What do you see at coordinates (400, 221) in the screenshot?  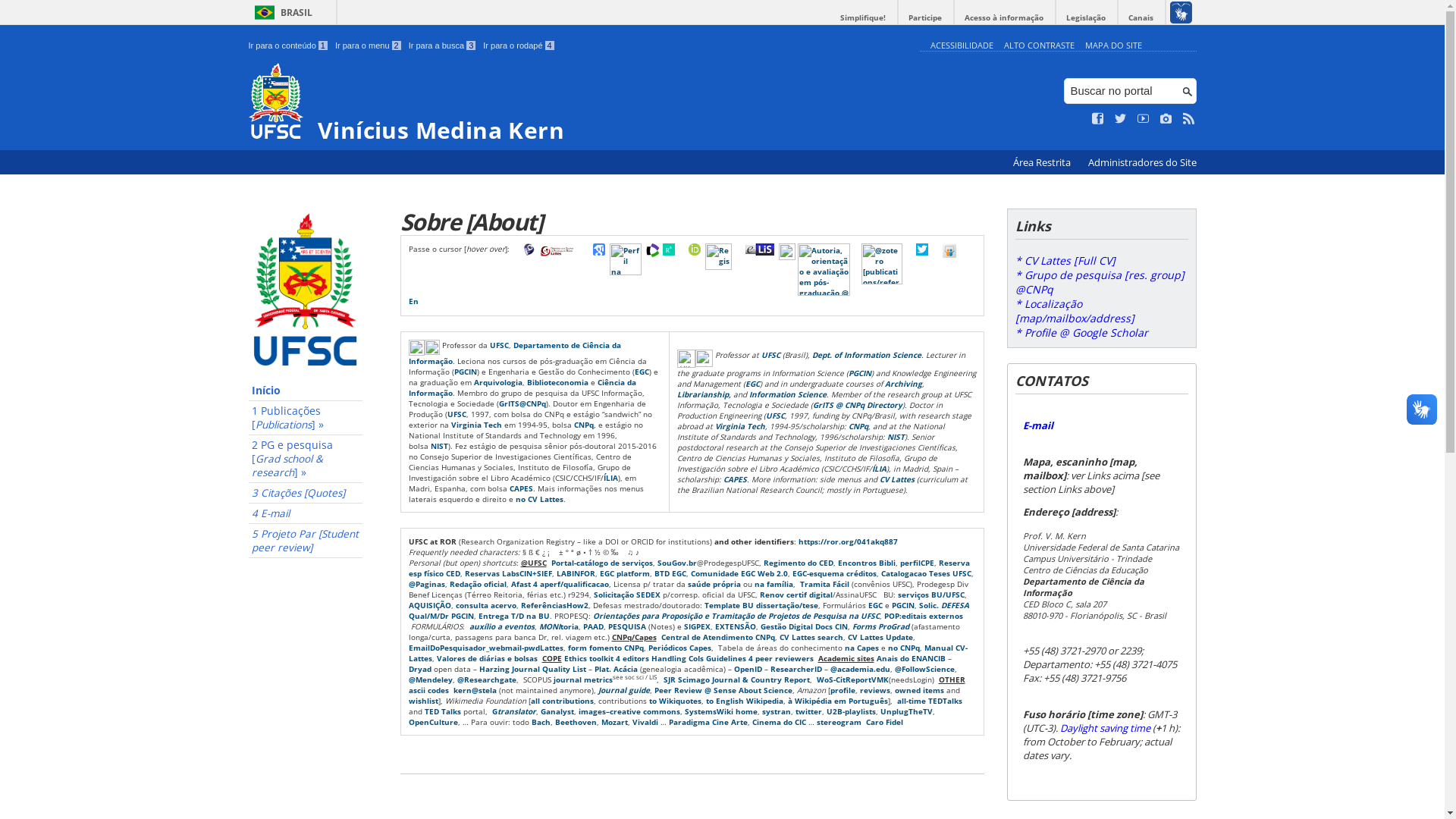 I see `'Sobre [About]'` at bounding box center [400, 221].